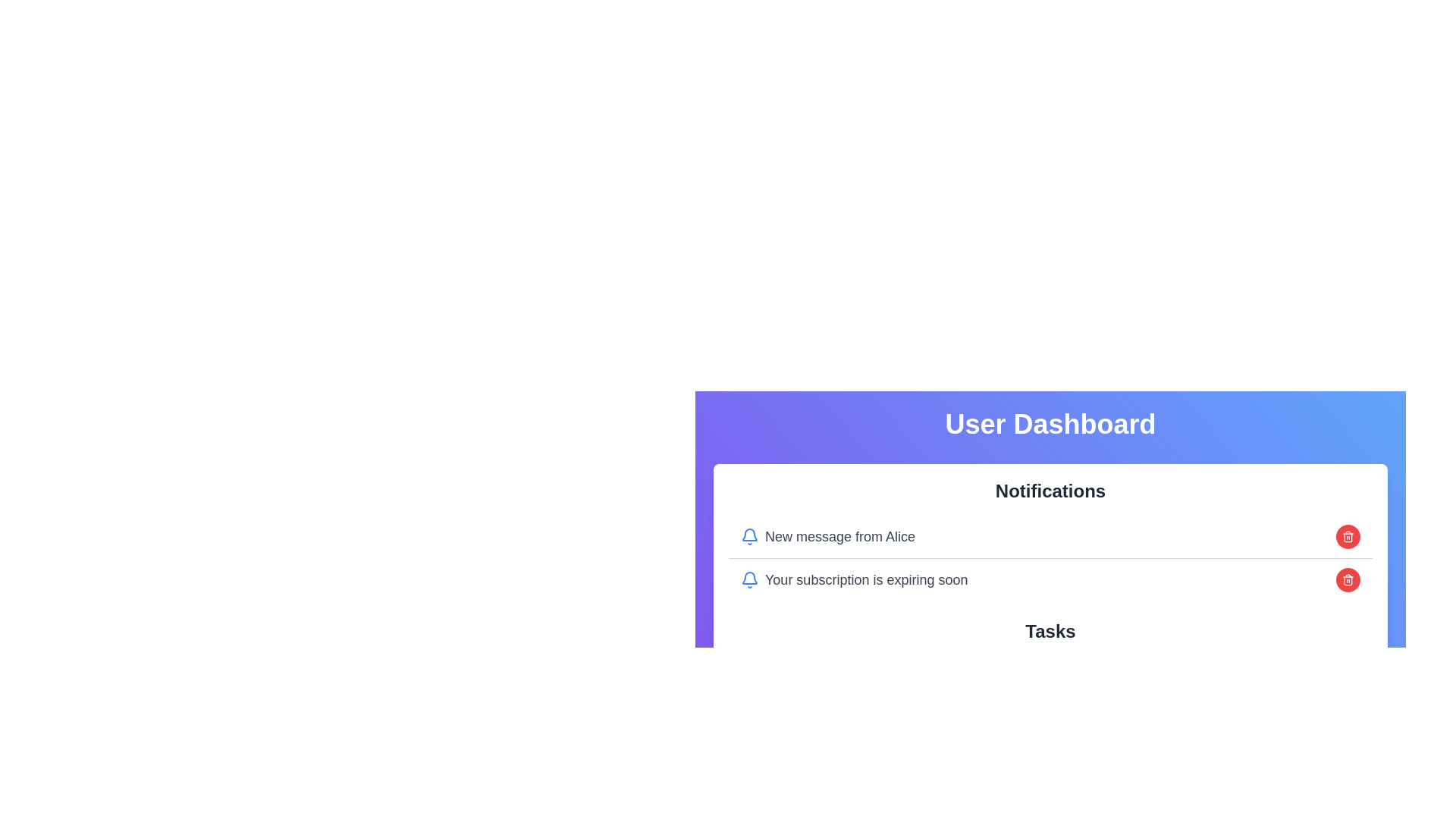 This screenshot has height=819, width=1456. Describe the element at coordinates (1050, 579) in the screenshot. I see `notification in the second position of the Notifications section, located directly below the 'New message from Alice' notification` at that location.